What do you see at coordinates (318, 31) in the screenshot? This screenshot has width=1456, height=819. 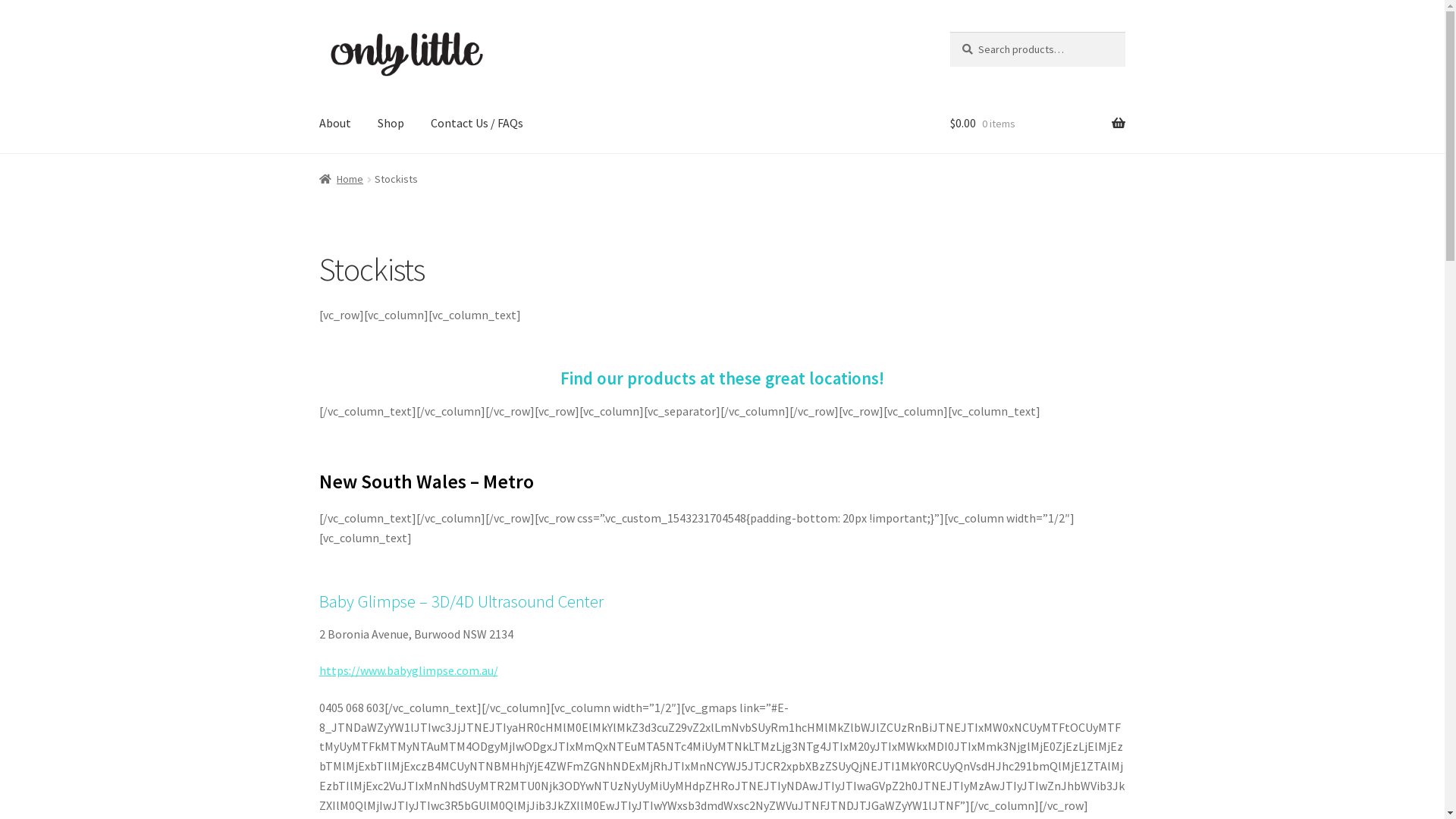 I see `'Skip to navigation'` at bounding box center [318, 31].